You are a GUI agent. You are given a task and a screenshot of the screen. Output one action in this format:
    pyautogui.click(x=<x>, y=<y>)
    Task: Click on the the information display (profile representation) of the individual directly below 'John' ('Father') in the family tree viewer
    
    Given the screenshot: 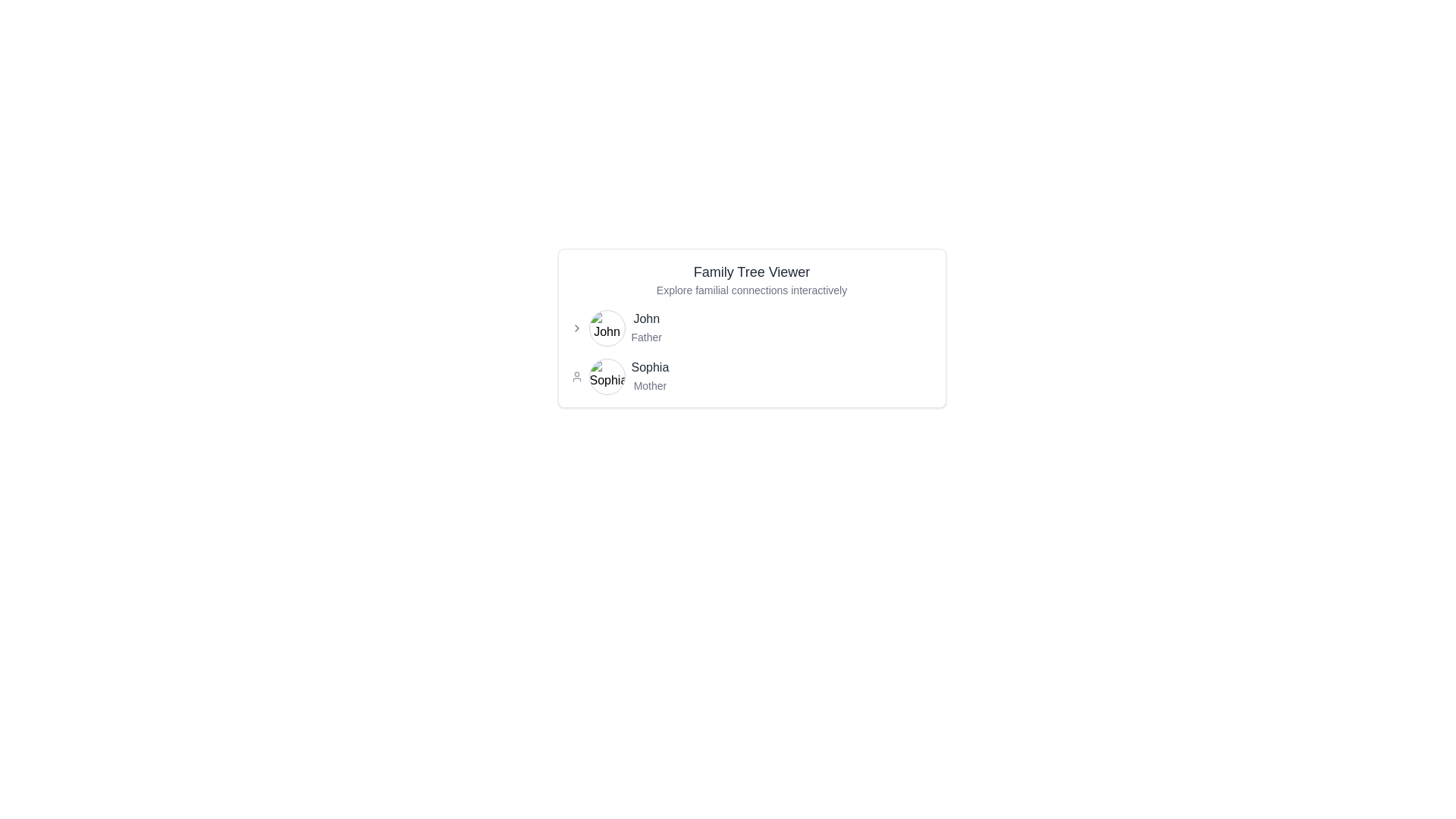 What is the action you would take?
    pyautogui.click(x=752, y=376)
    